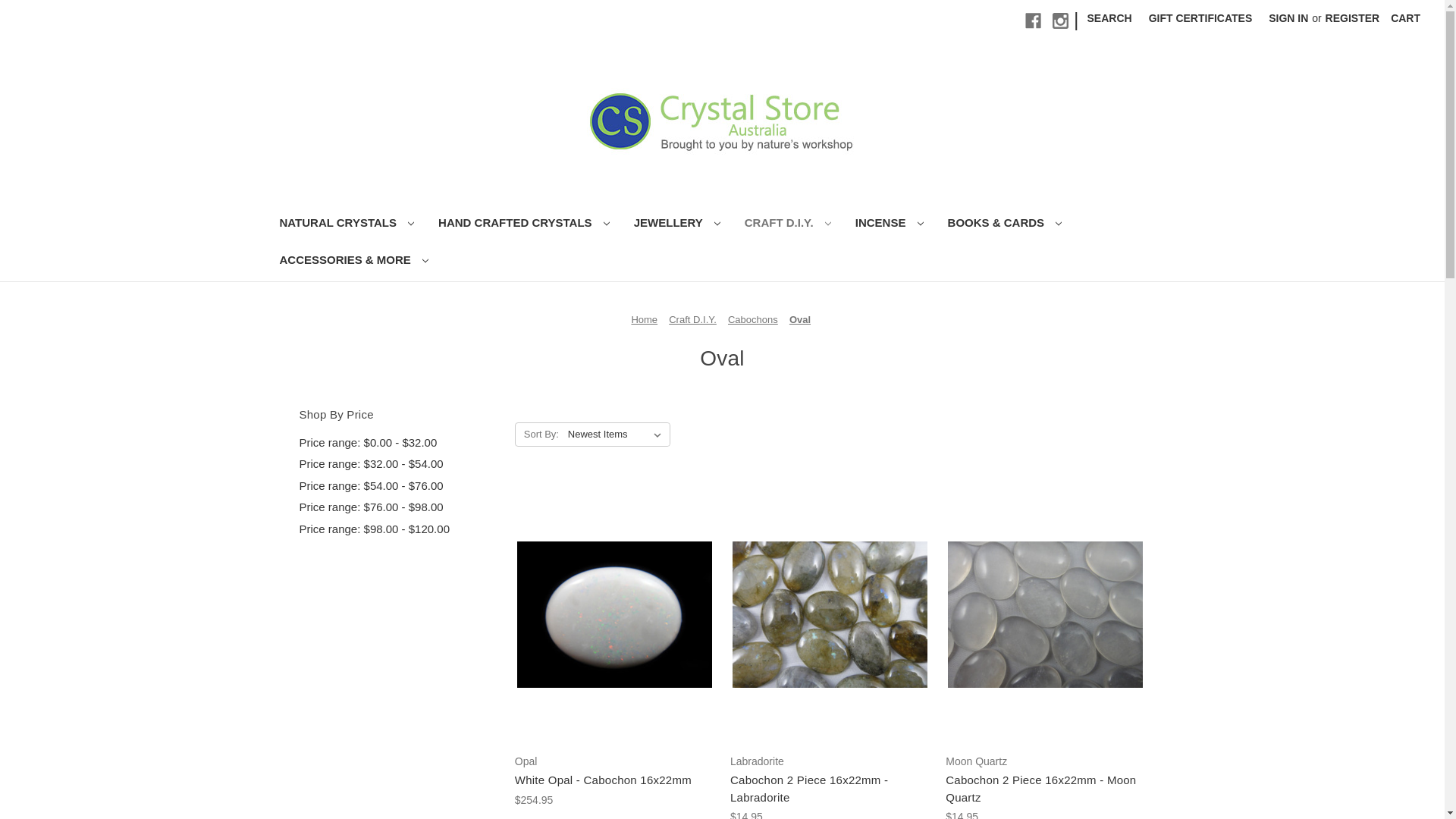 Image resolution: width=1456 pixels, height=819 pixels. Describe the element at coordinates (398, 443) in the screenshot. I see `'Price range: $0.00 - $32.00'` at that location.